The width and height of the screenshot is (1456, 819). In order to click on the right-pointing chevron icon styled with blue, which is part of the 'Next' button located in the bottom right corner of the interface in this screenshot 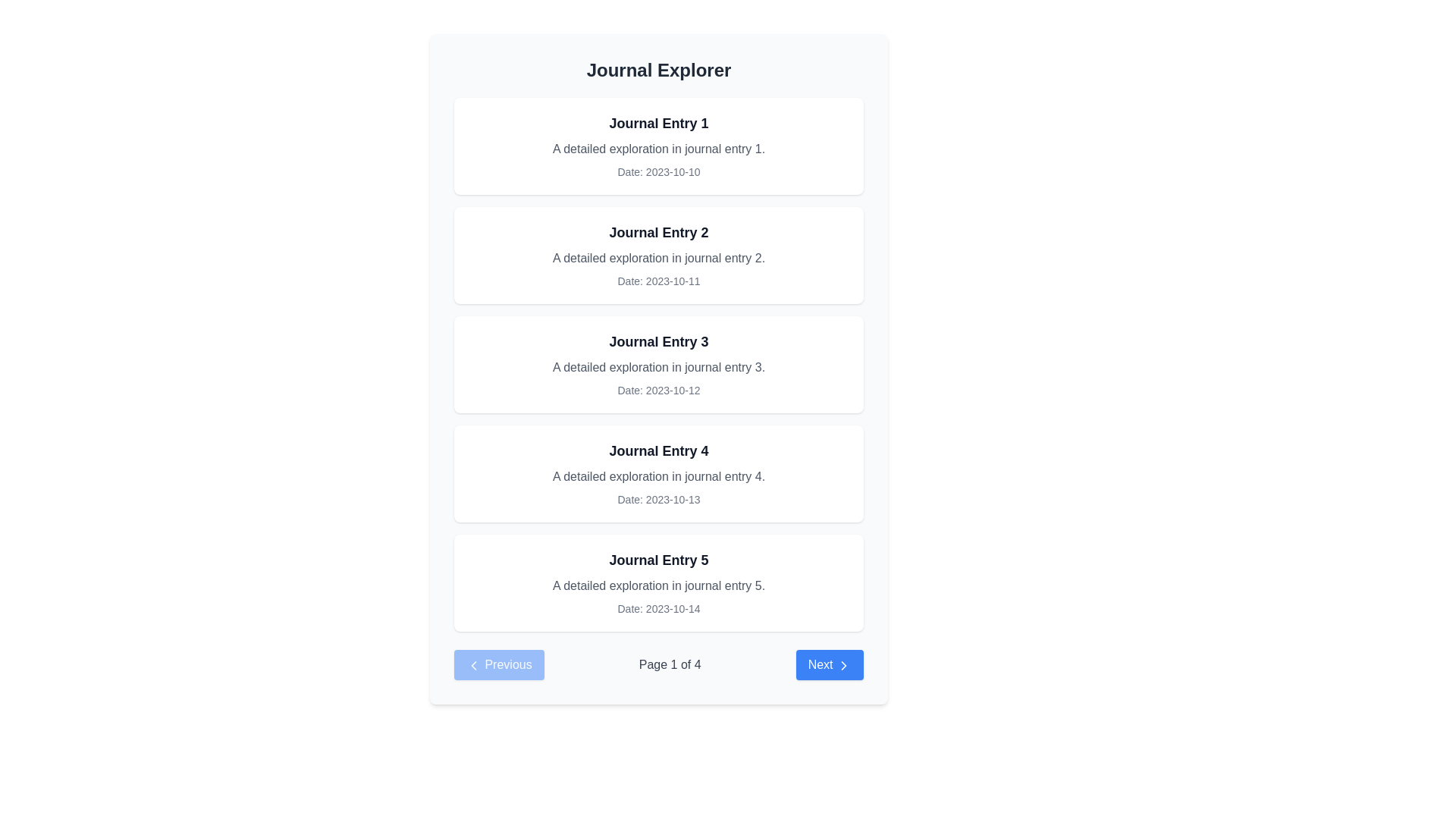, I will do `click(843, 664)`.